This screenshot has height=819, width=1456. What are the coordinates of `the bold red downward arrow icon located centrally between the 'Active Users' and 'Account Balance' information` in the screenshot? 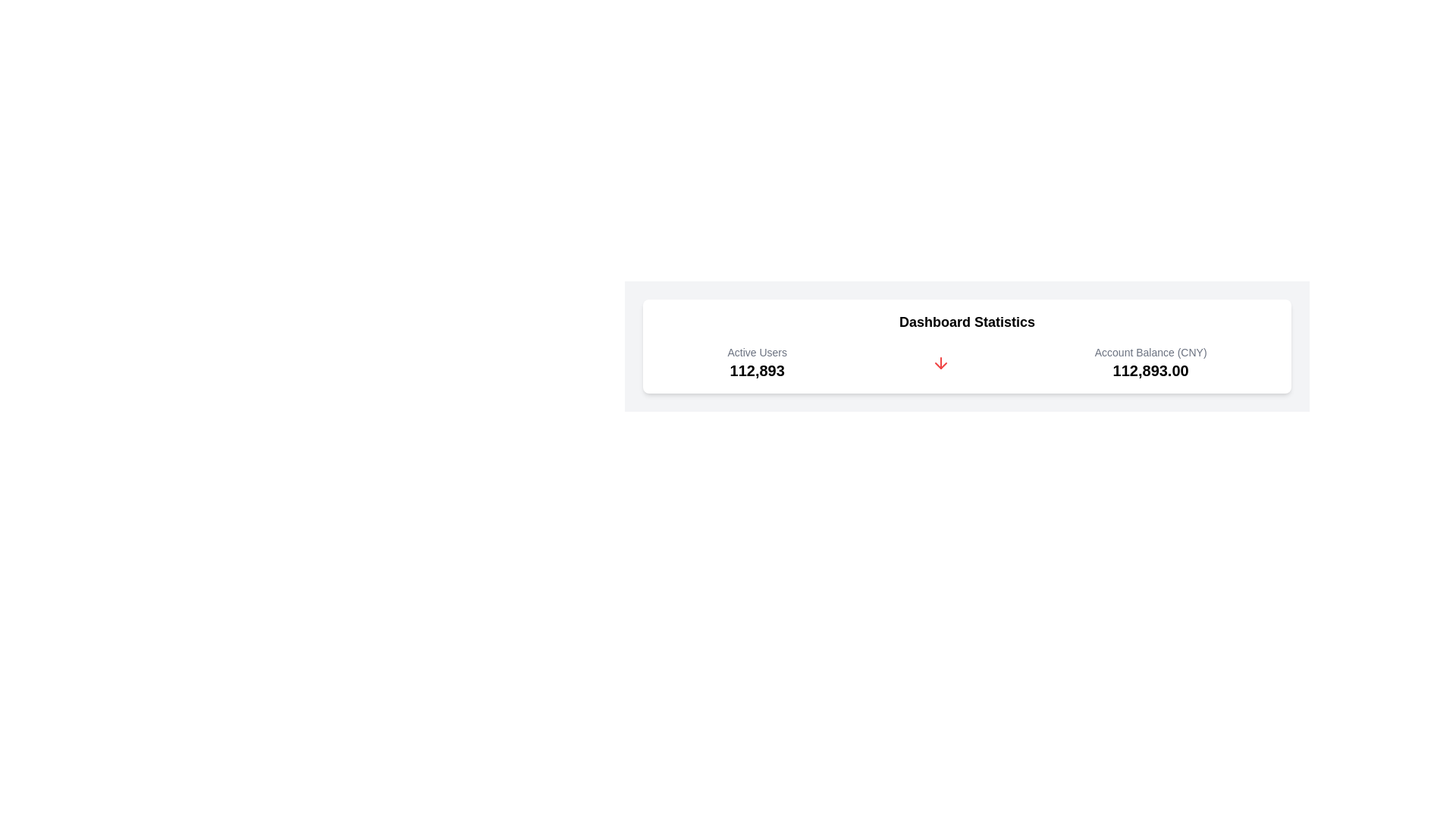 It's located at (940, 362).